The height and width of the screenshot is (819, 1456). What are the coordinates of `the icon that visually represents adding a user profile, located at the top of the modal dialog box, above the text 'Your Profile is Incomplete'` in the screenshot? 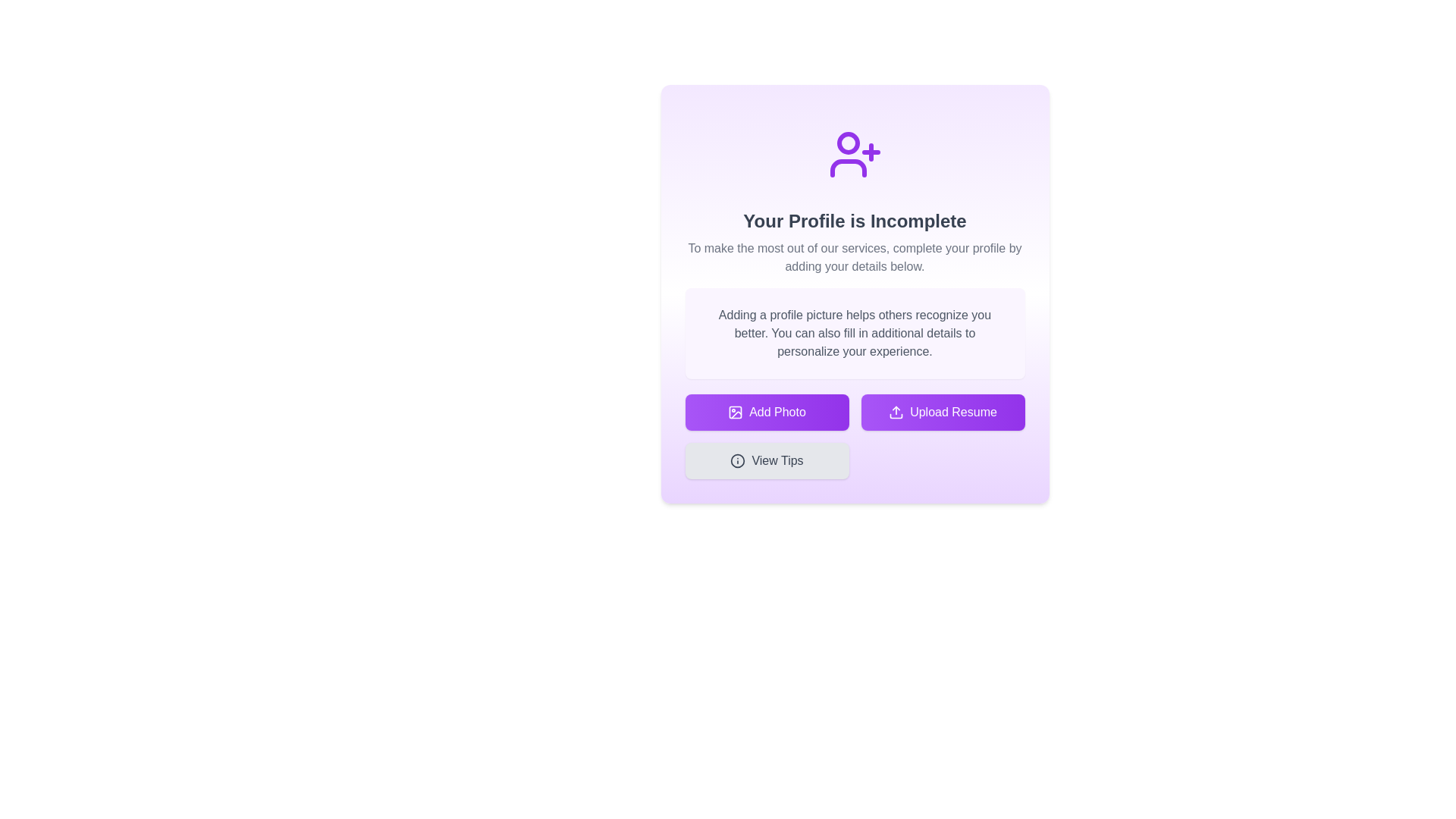 It's located at (855, 155).